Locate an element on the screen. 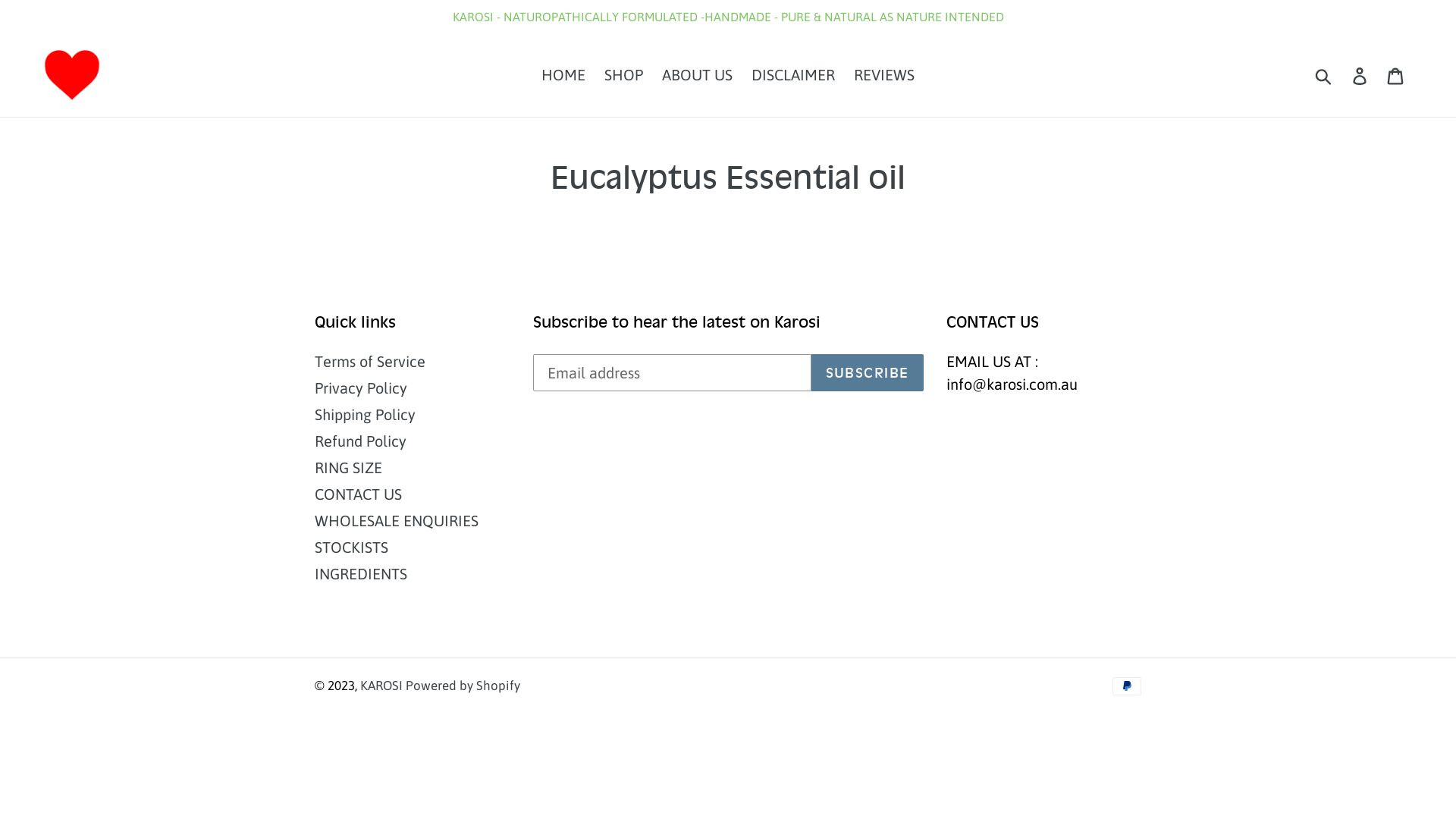 The width and height of the screenshot is (1456, 819). 'Shipping Policy' is located at coordinates (365, 414).